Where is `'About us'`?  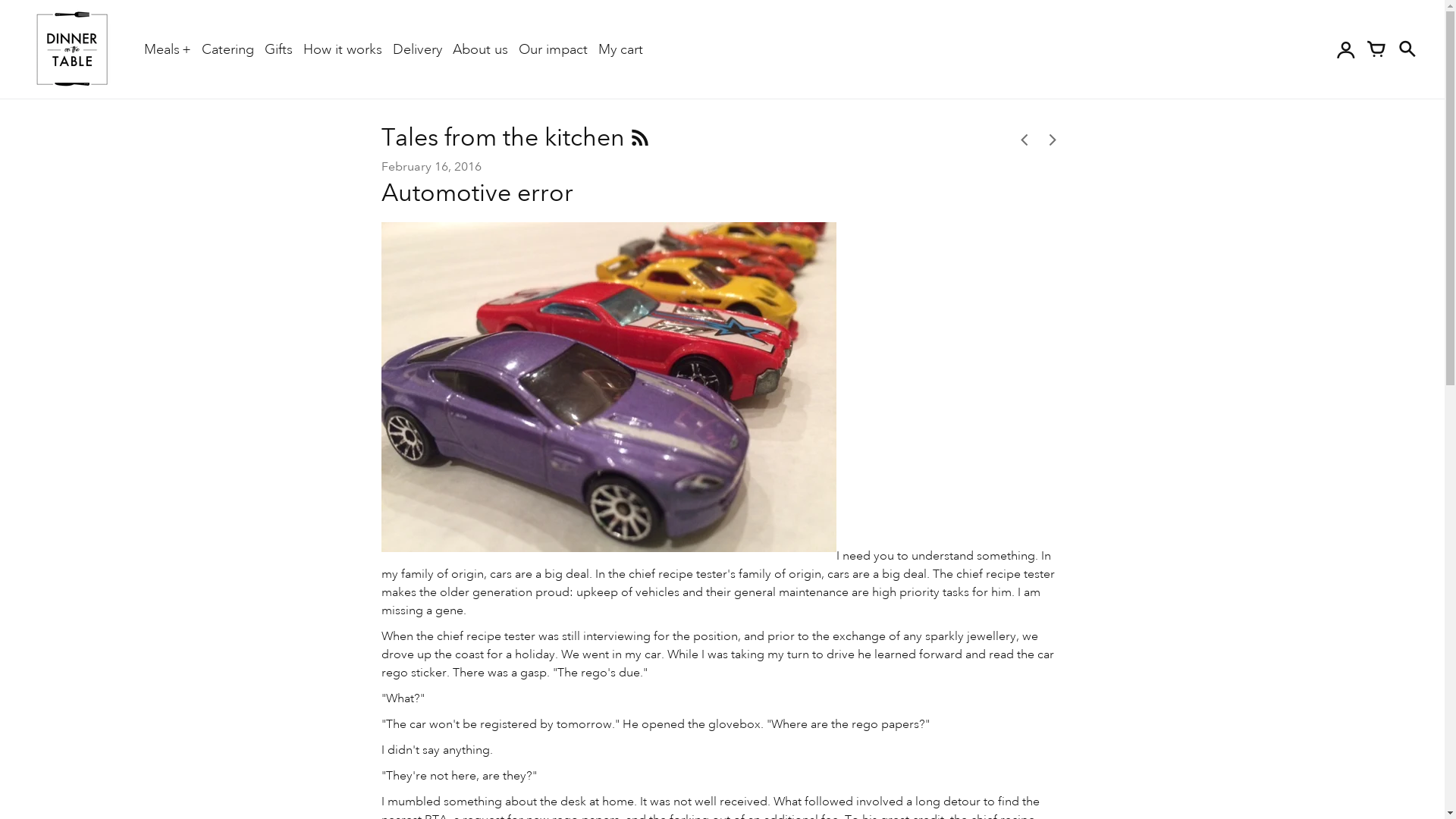 'About us' is located at coordinates (451, 48).